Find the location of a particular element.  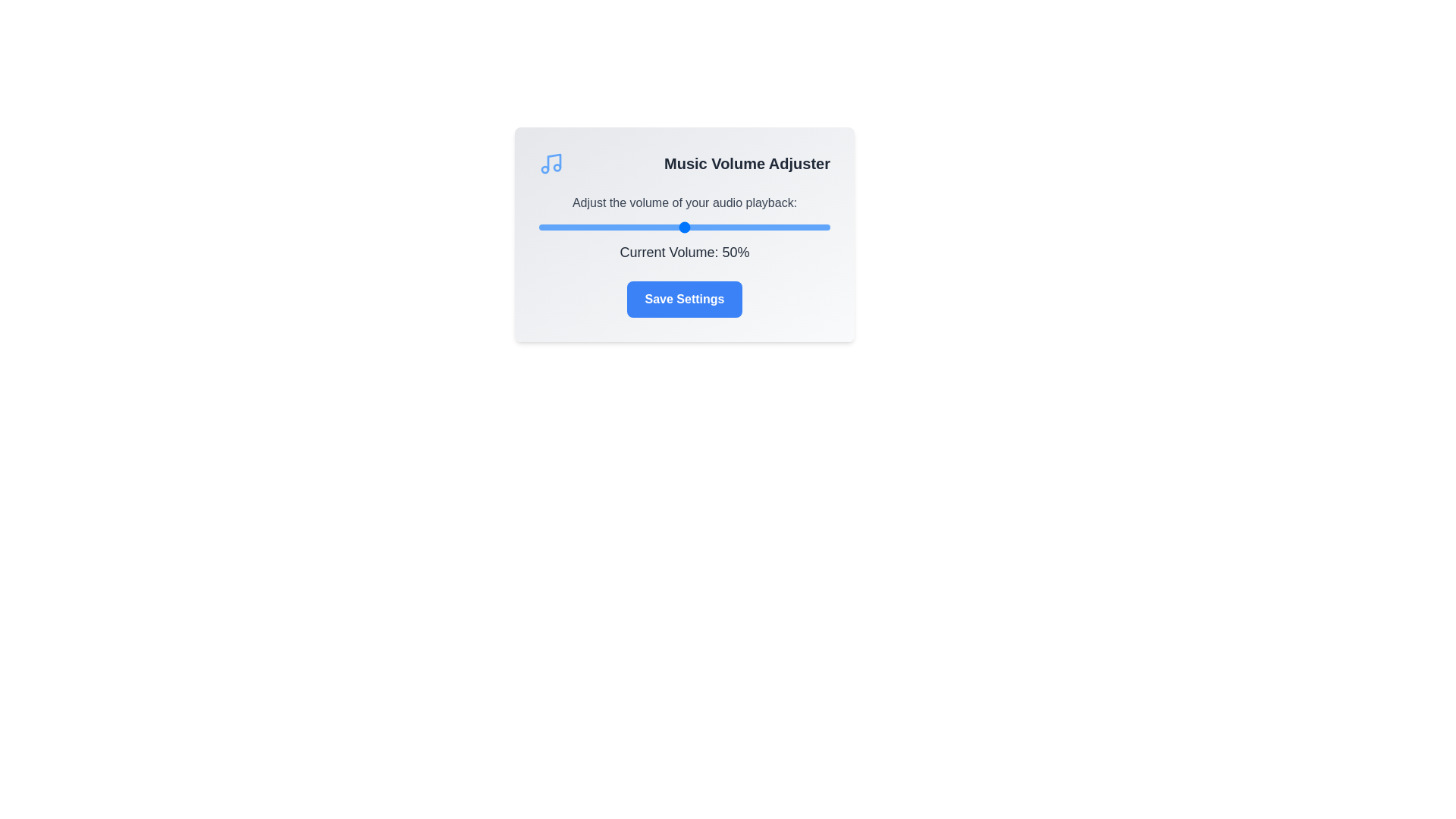

the musical icon to interact with it is located at coordinates (550, 164).